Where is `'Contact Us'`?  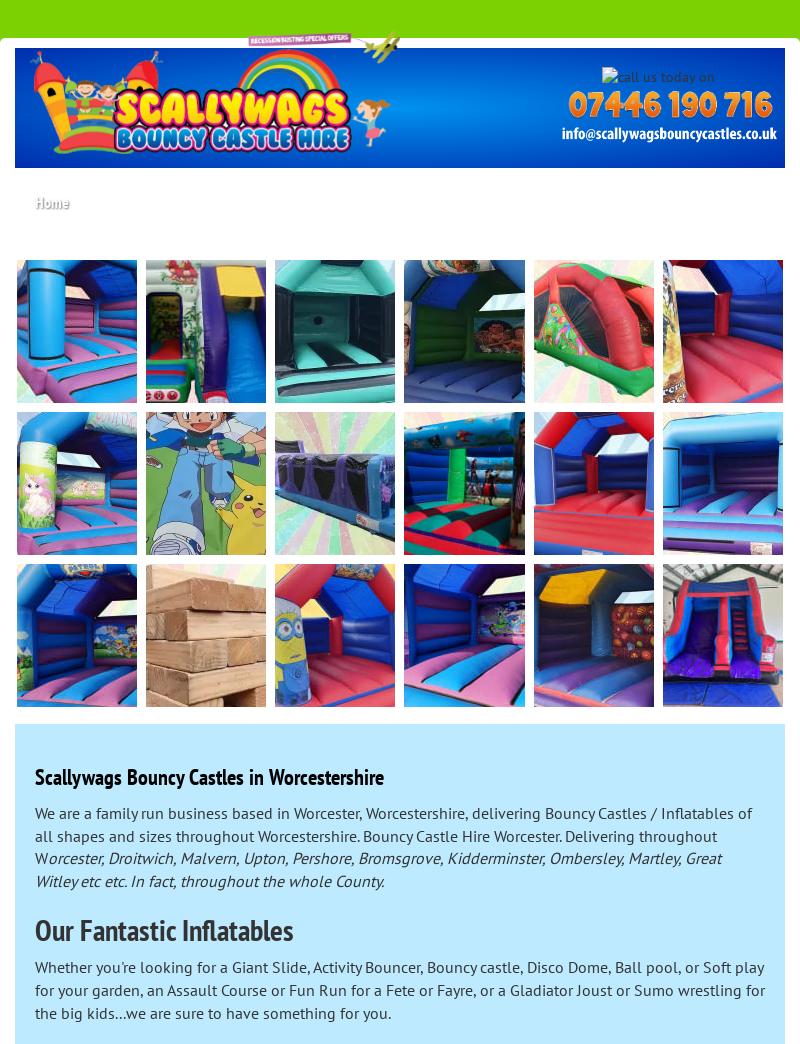 'Contact Us' is located at coordinates (742, 212).